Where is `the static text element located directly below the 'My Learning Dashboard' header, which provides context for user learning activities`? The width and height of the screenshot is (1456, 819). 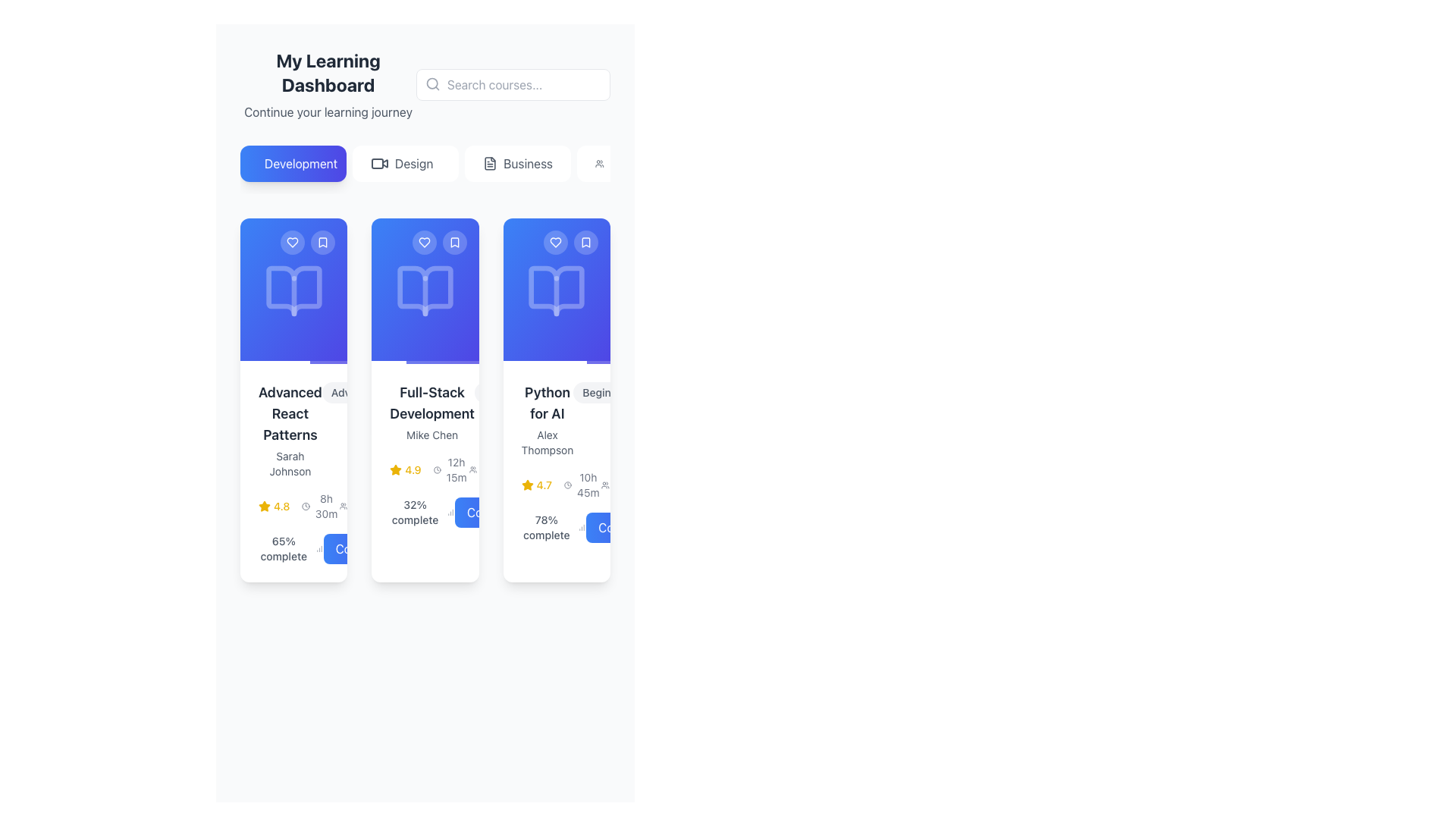
the static text element located directly below the 'My Learning Dashboard' header, which provides context for user learning activities is located at coordinates (327, 111).